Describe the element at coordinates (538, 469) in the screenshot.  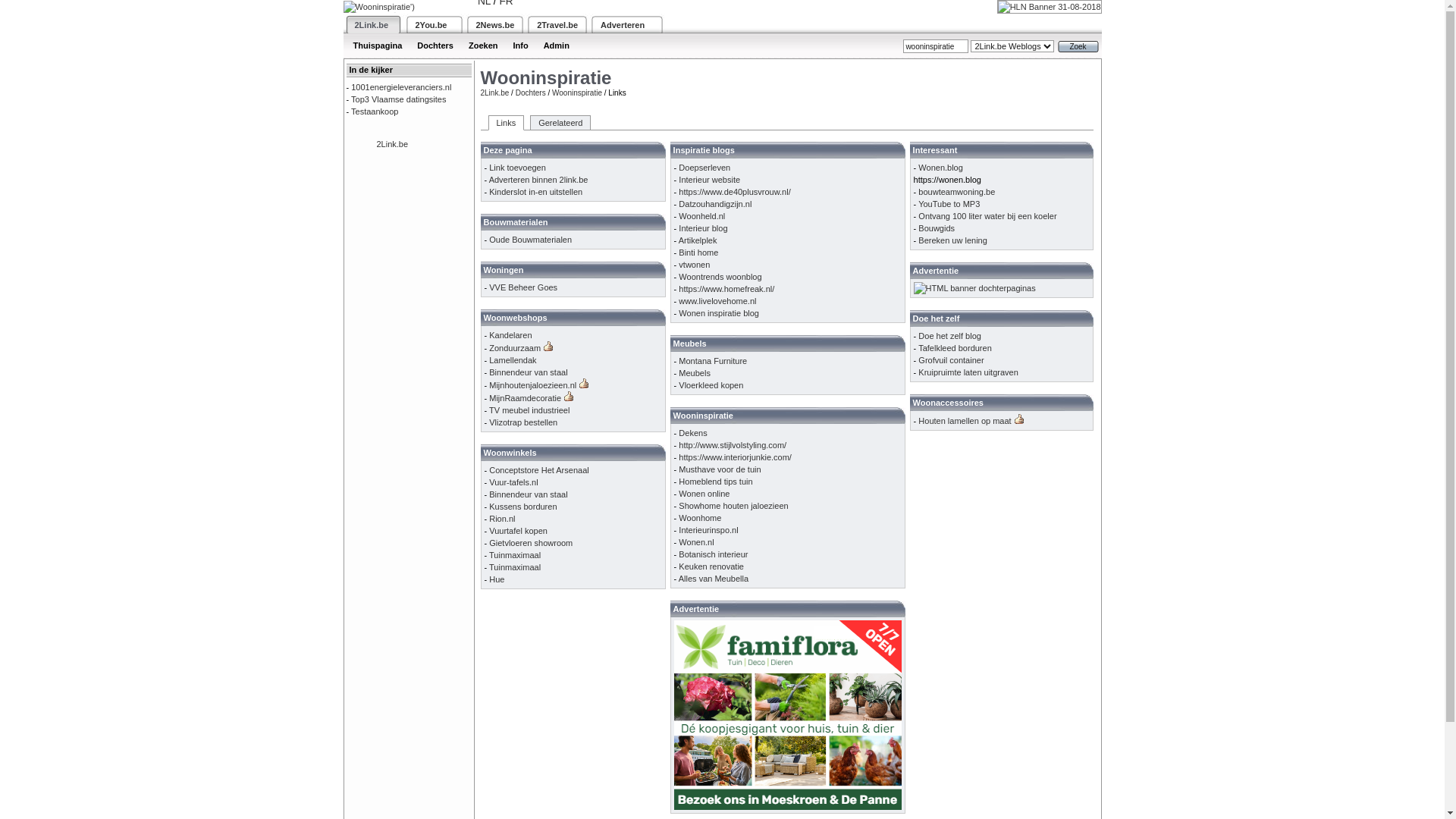
I see `'Conceptstore Het Arsenaal'` at that location.